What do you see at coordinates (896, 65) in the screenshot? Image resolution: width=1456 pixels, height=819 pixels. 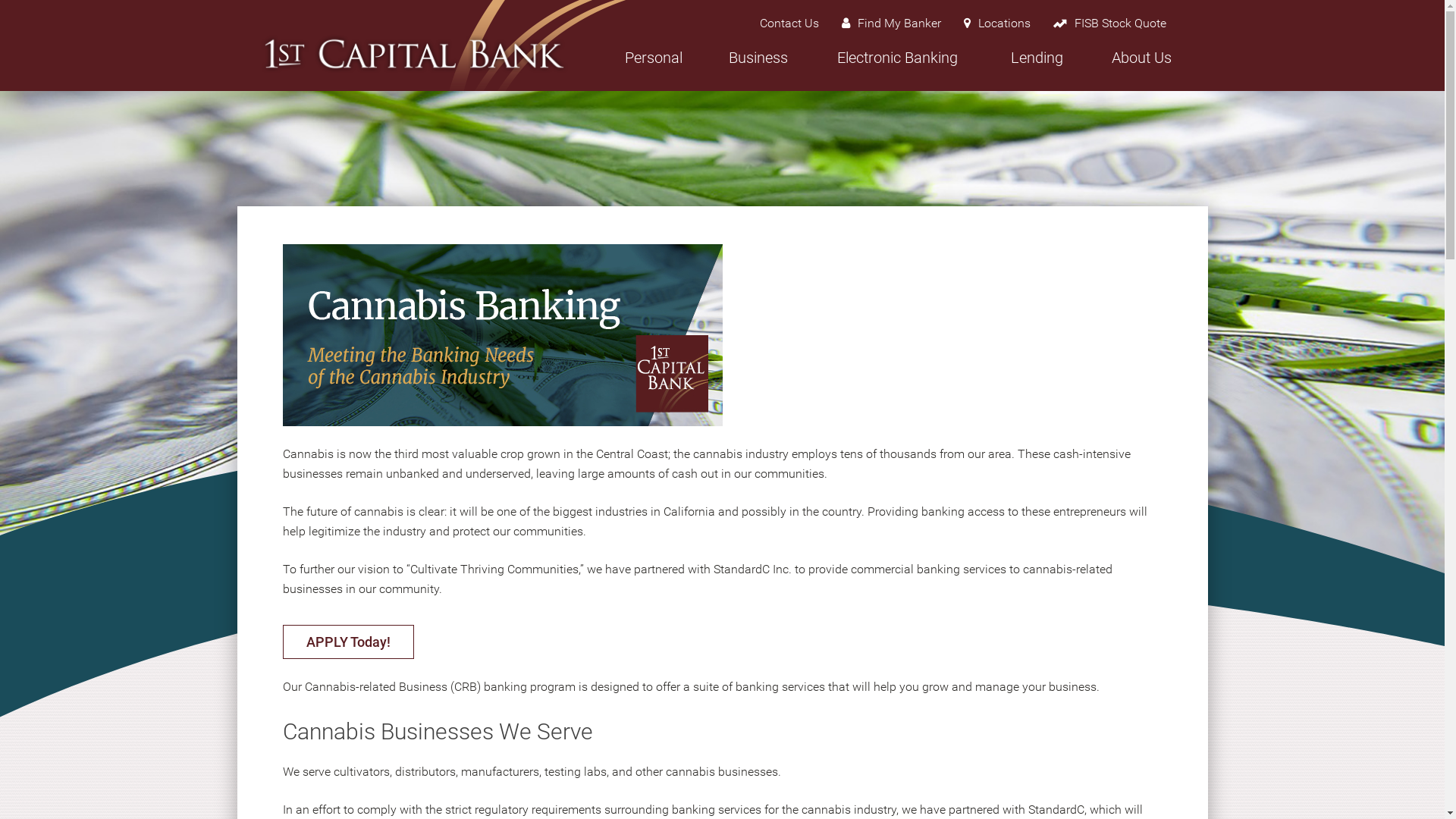 I see `'Electronic Banking'` at bounding box center [896, 65].